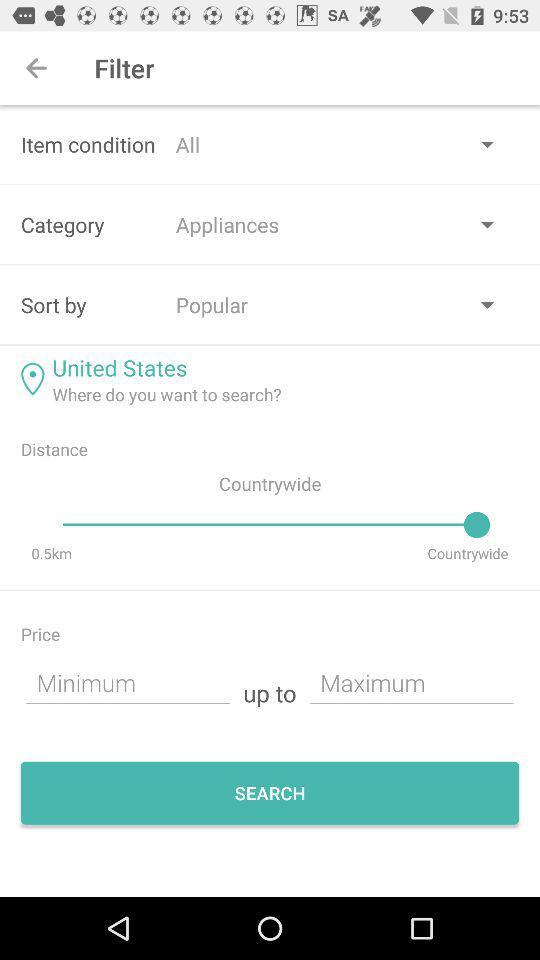  I want to click on minimum price, so click(128, 682).